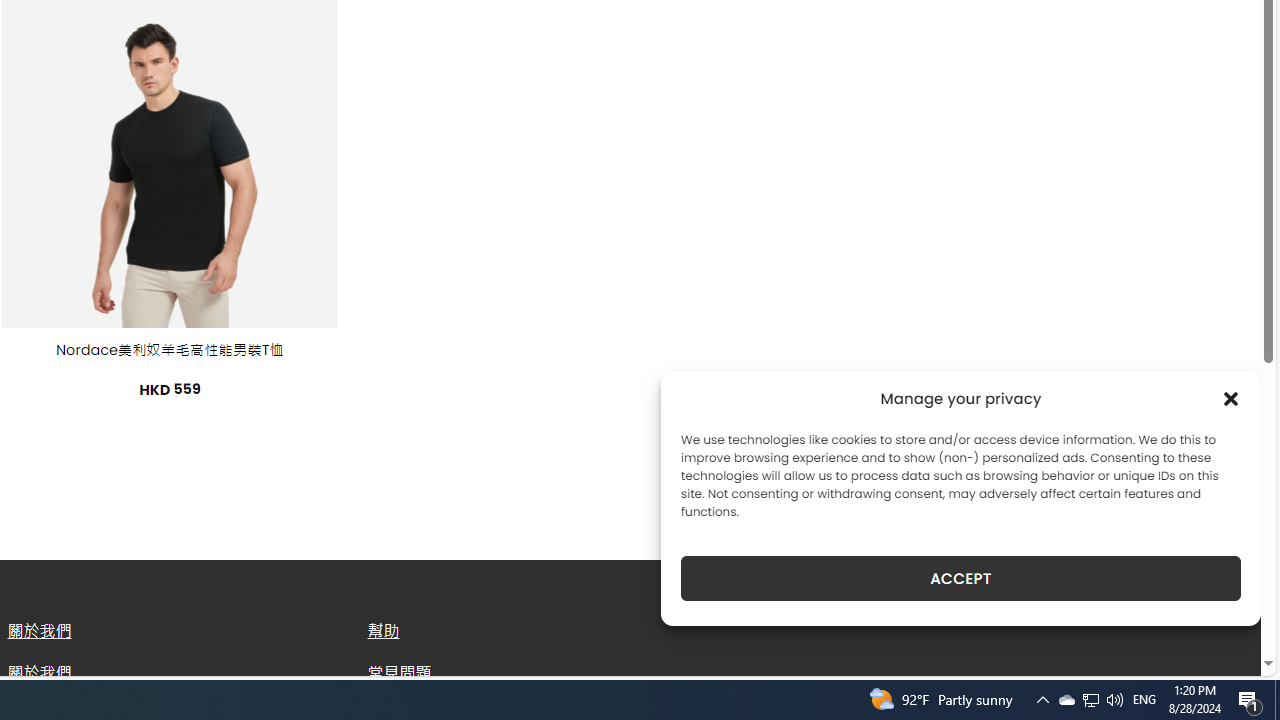 The image size is (1280, 720). Describe the element at coordinates (961, 578) in the screenshot. I see `'ACCEPT'` at that location.